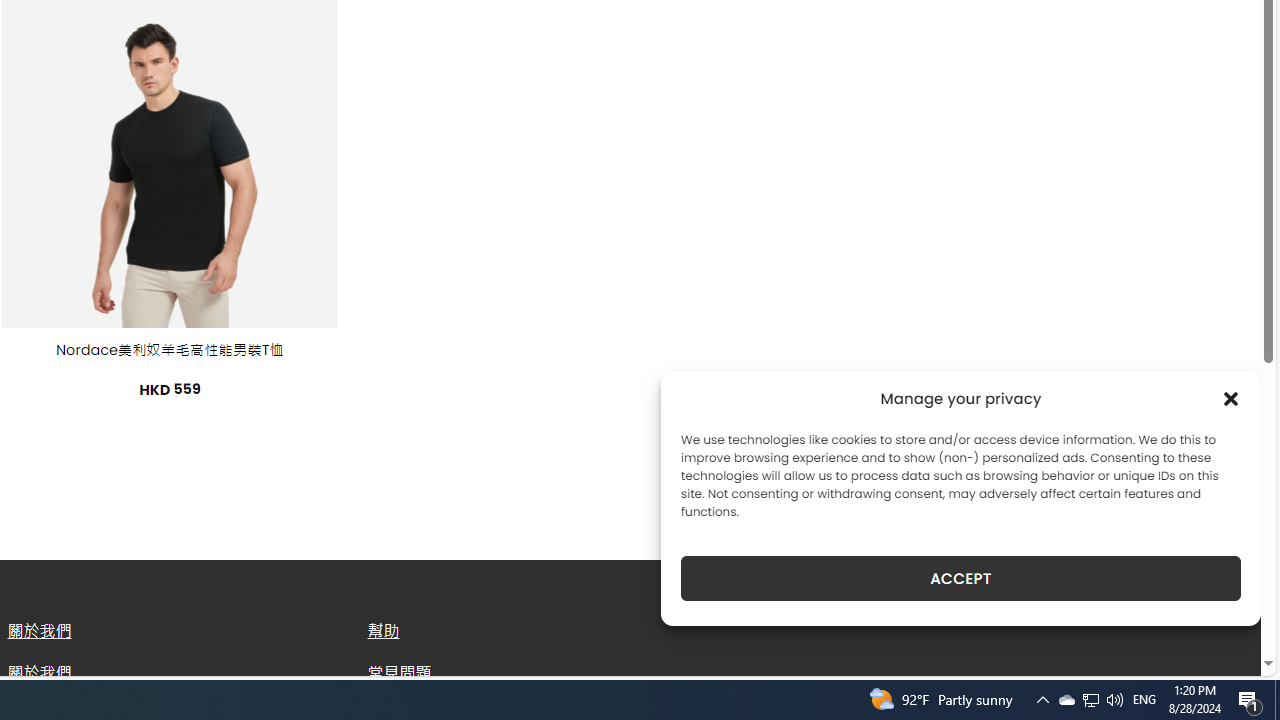 The image size is (1280, 720). Describe the element at coordinates (961, 578) in the screenshot. I see `'ACCEPT'` at that location.